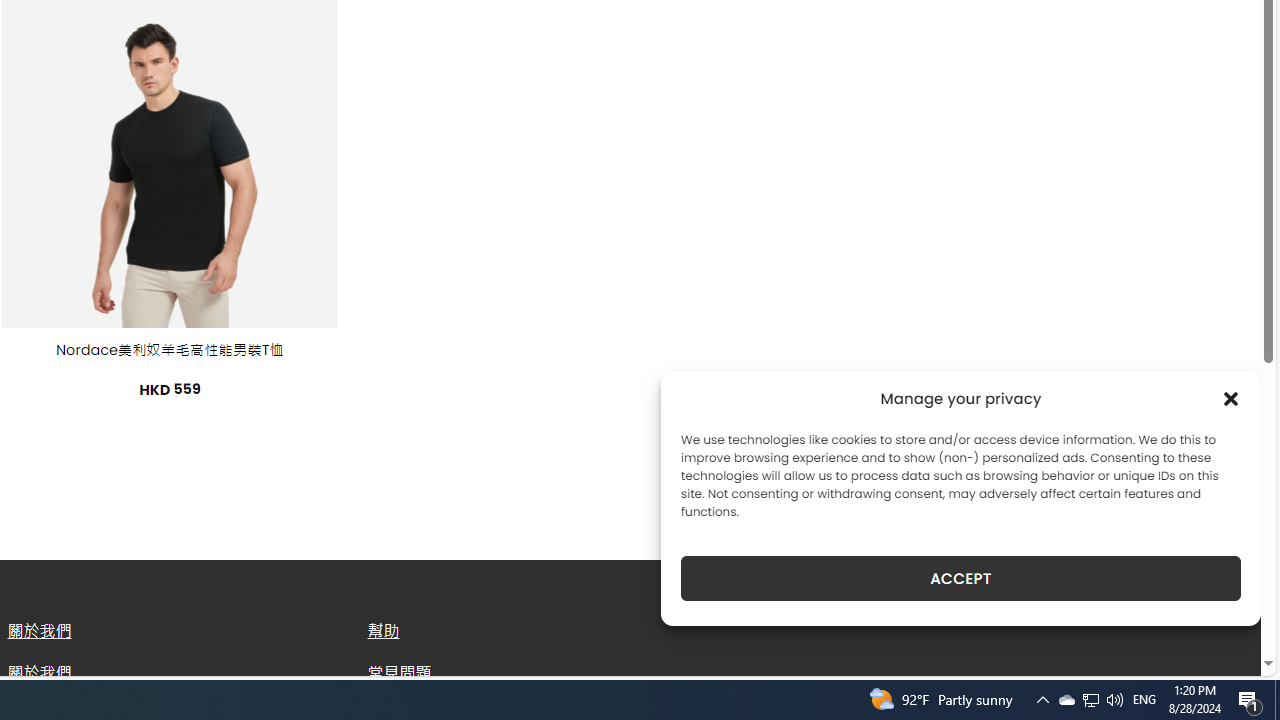 The image size is (1280, 720). Describe the element at coordinates (961, 578) in the screenshot. I see `'ACCEPT'` at that location.